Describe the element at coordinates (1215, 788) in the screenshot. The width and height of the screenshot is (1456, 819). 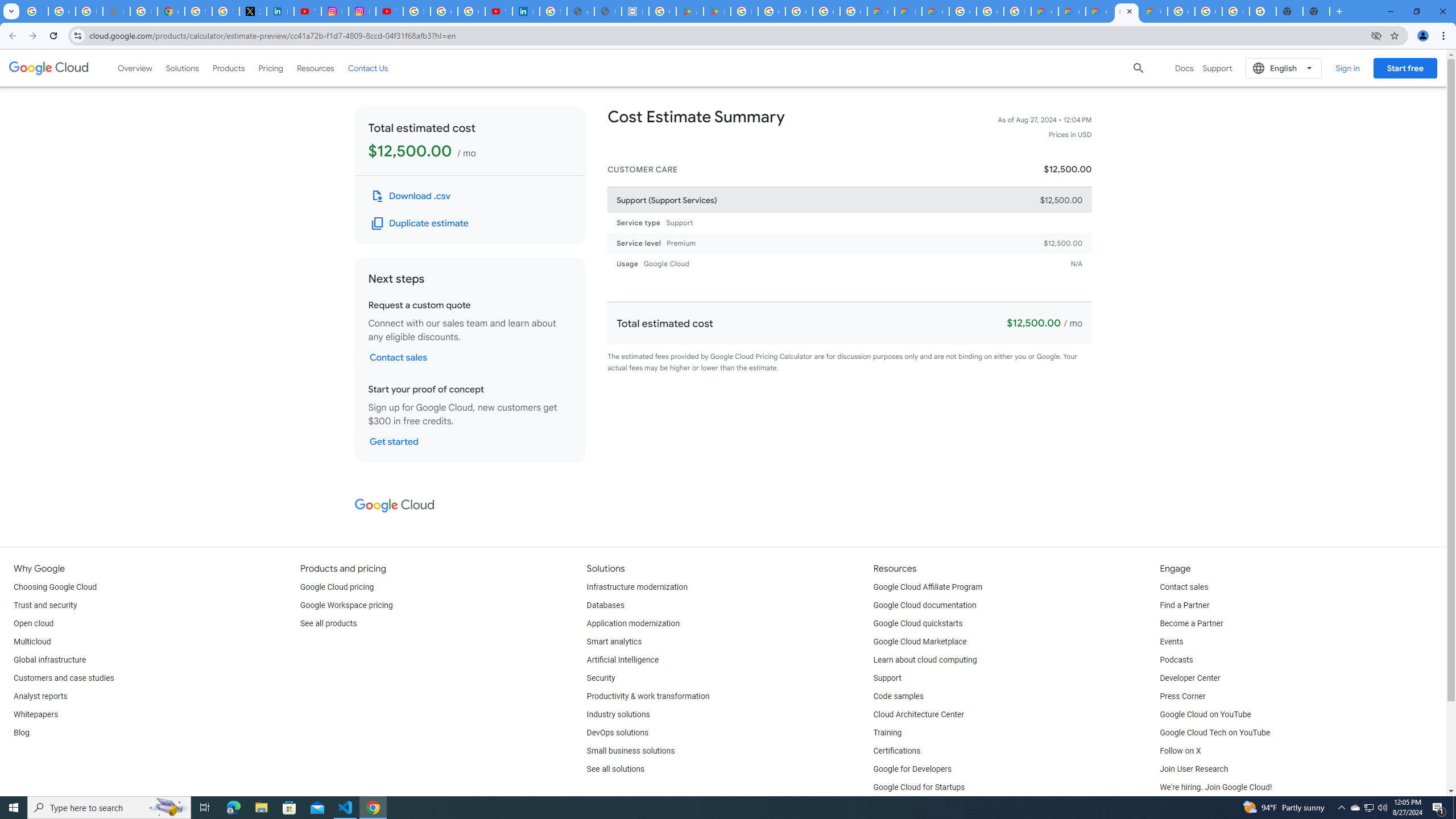
I see `'We'` at that location.